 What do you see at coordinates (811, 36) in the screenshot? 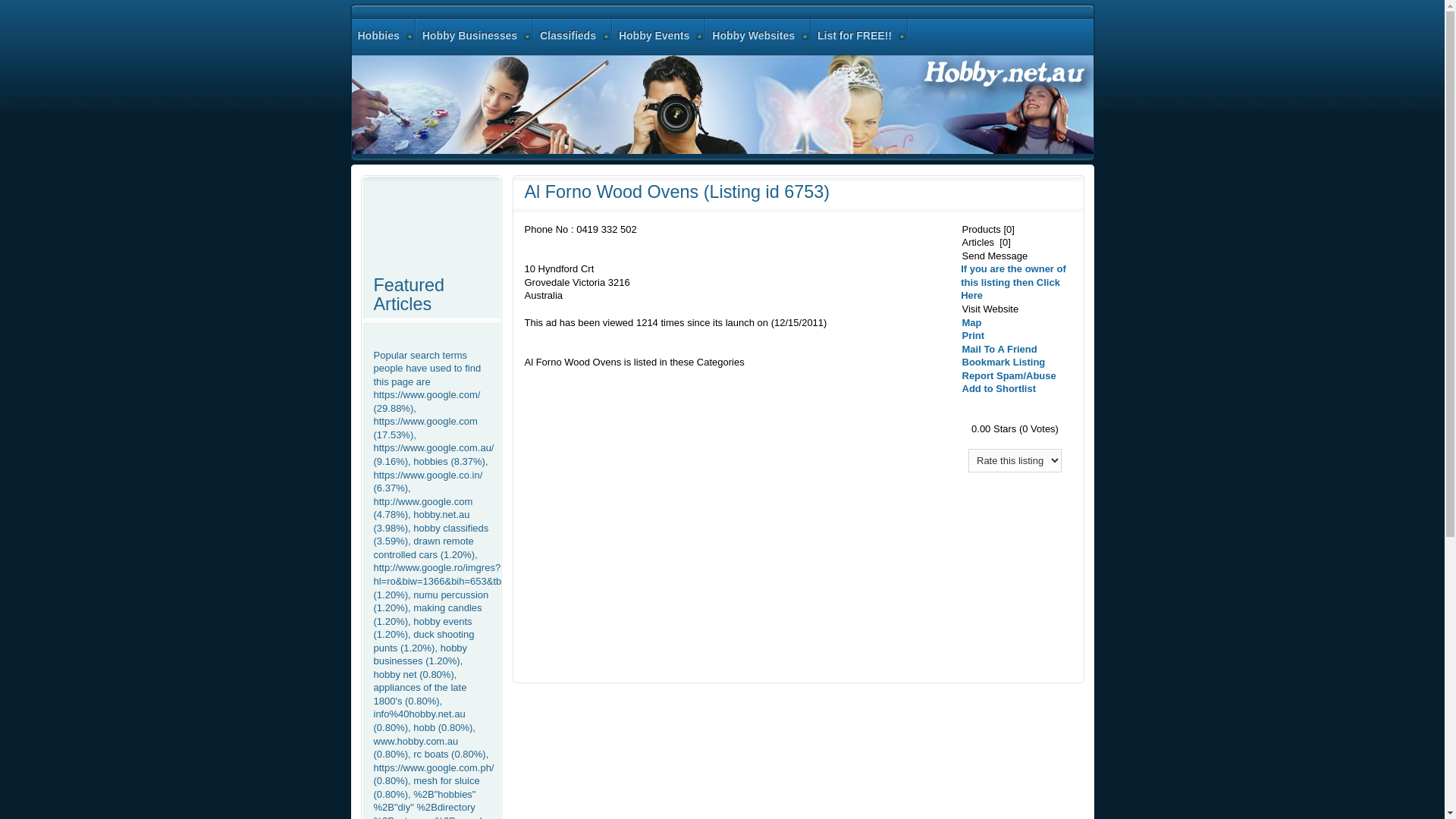
I see `'List for FREE!!'` at bounding box center [811, 36].